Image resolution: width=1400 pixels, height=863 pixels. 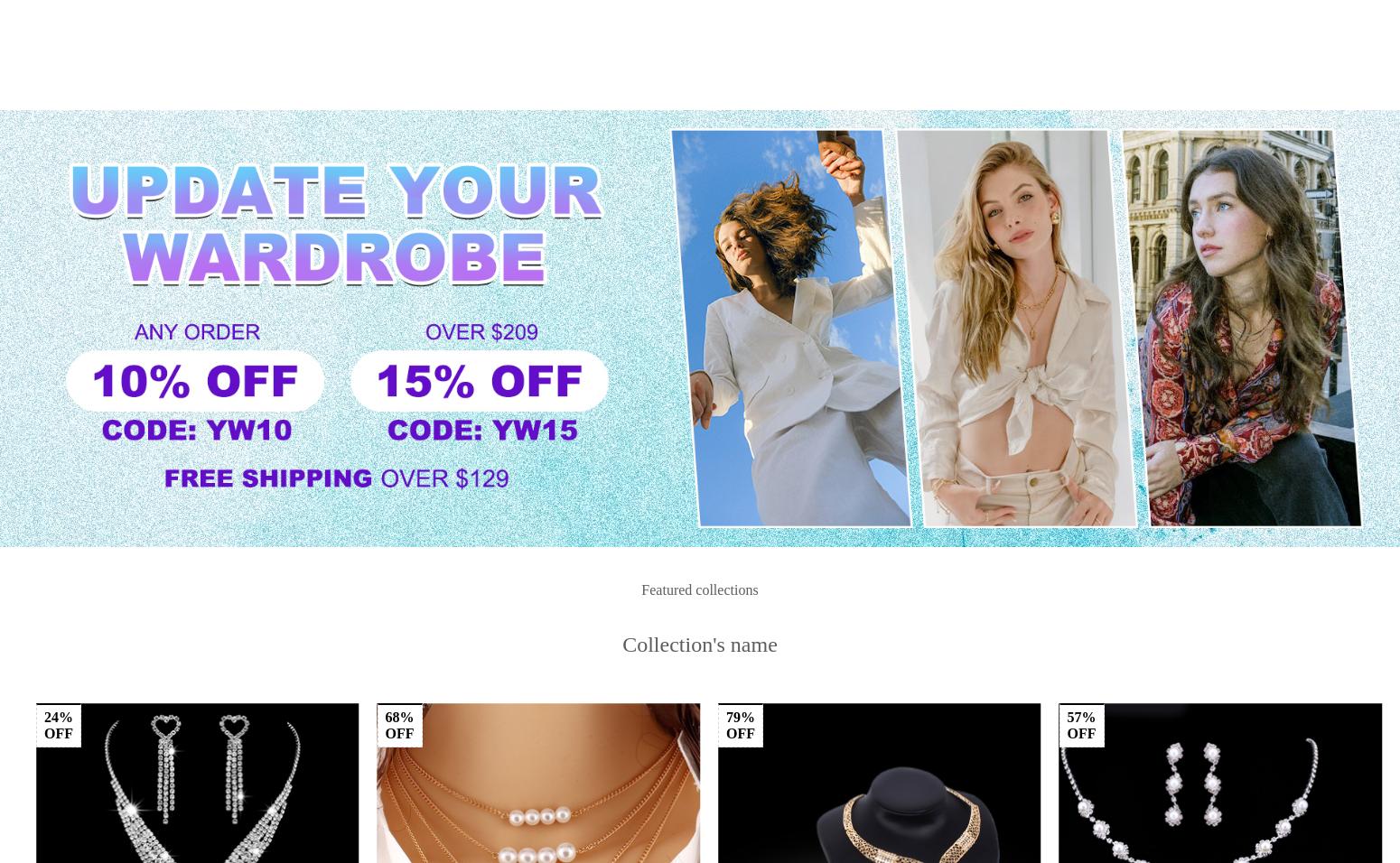 What do you see at coordinates (415, 701) in the screenshot?
I see `'USD $206.98'` at bounding box center [415, 701].